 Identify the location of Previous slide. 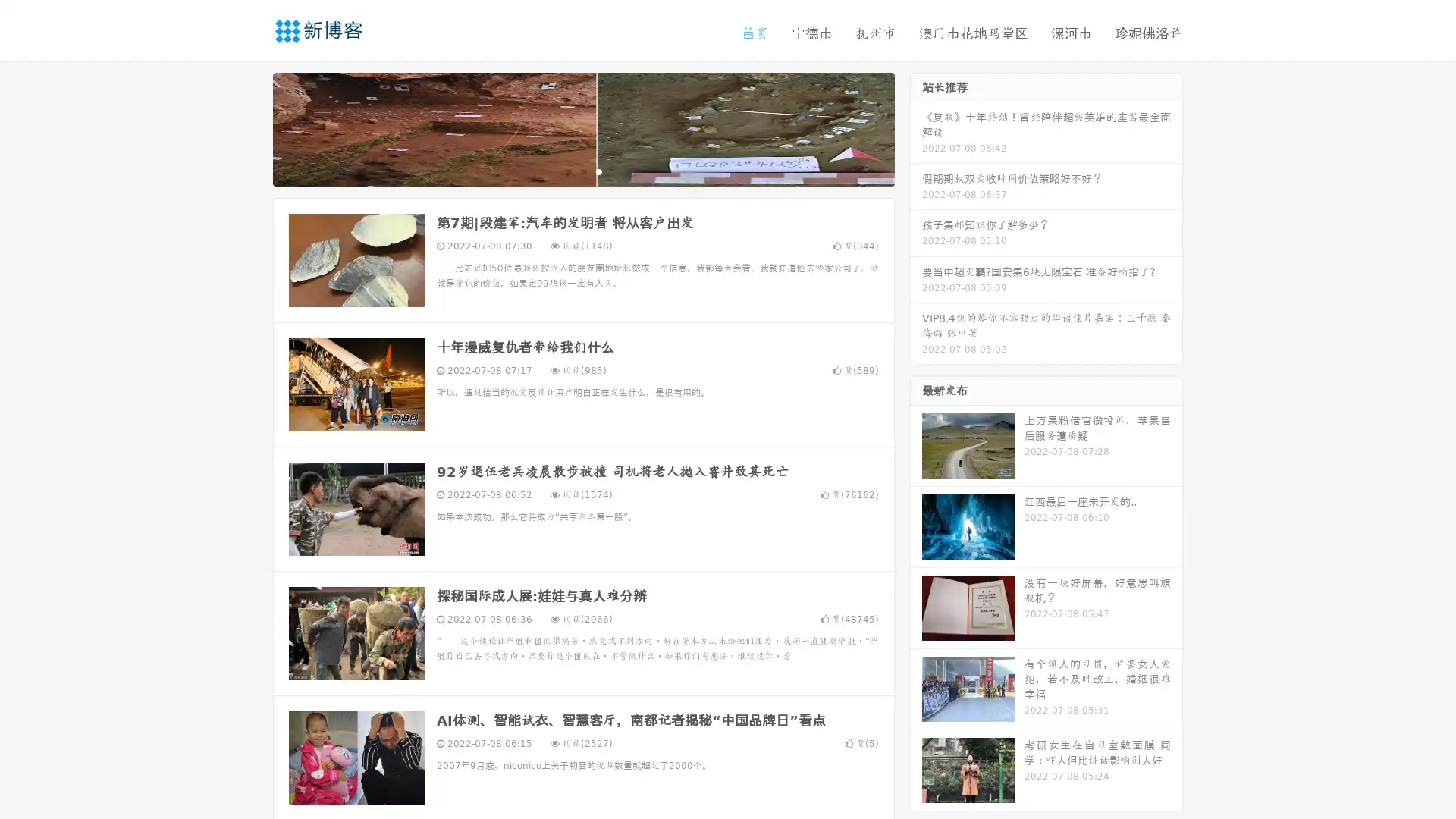
(250, 127).